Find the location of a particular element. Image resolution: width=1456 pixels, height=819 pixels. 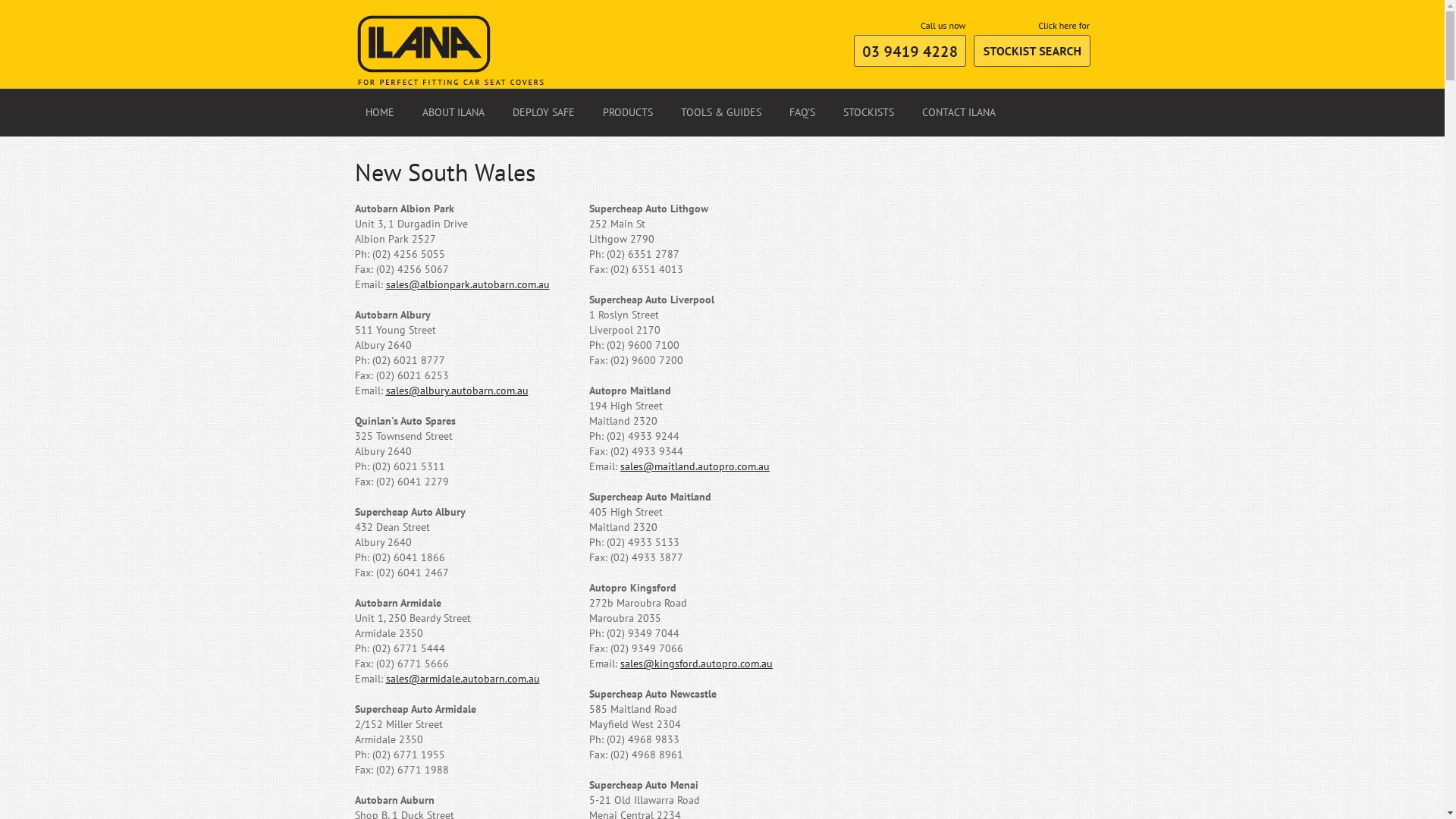

'FAQ'S' is located at coordinates (778, 112).